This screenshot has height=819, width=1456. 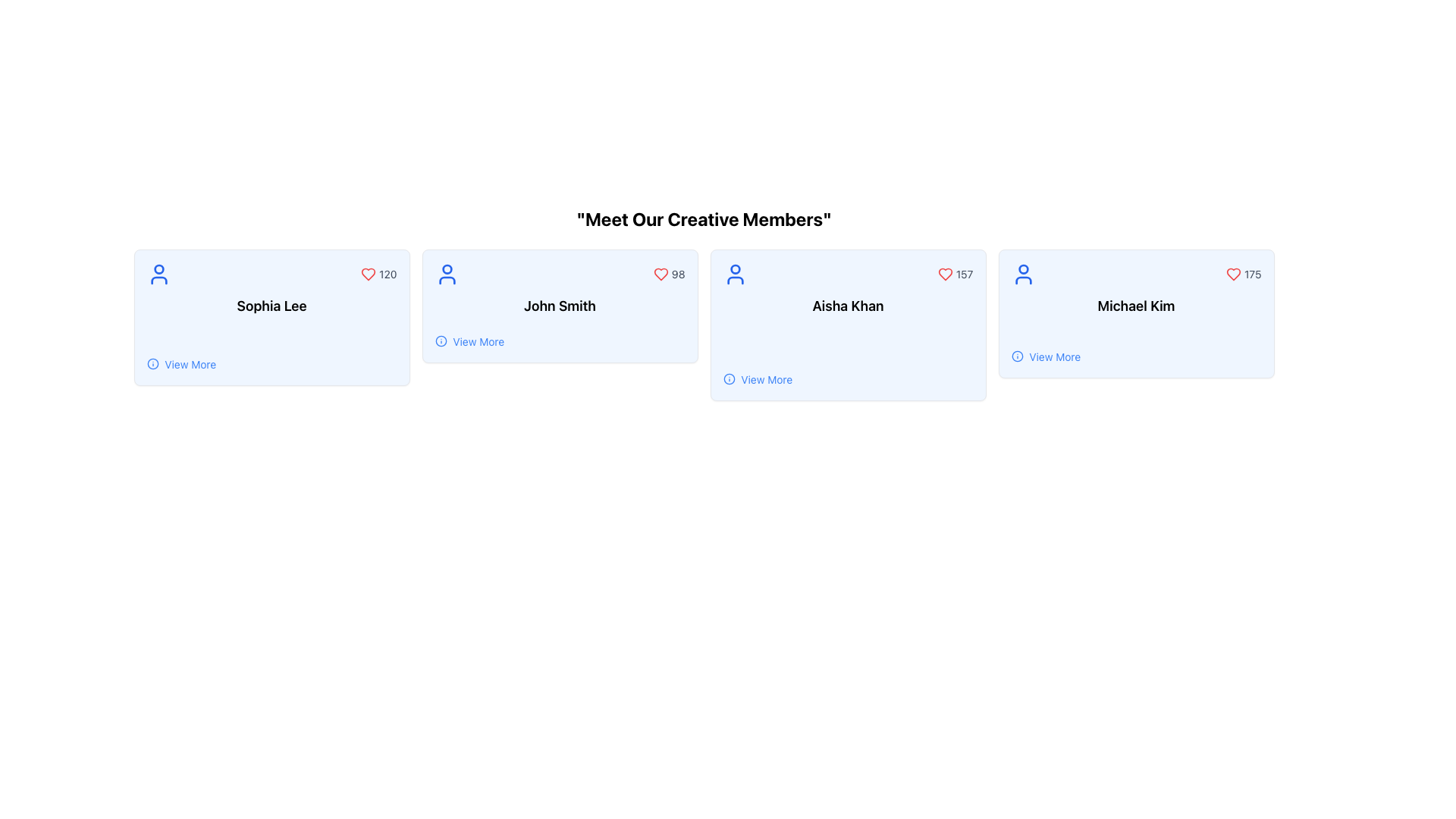 What do you see at coordinates (440, 341) in the screenshot?
I see `the decorative circular SVG component that is part of the 'info' icon in the card representing 'John Smith.'` at bounding box center [440, 341].